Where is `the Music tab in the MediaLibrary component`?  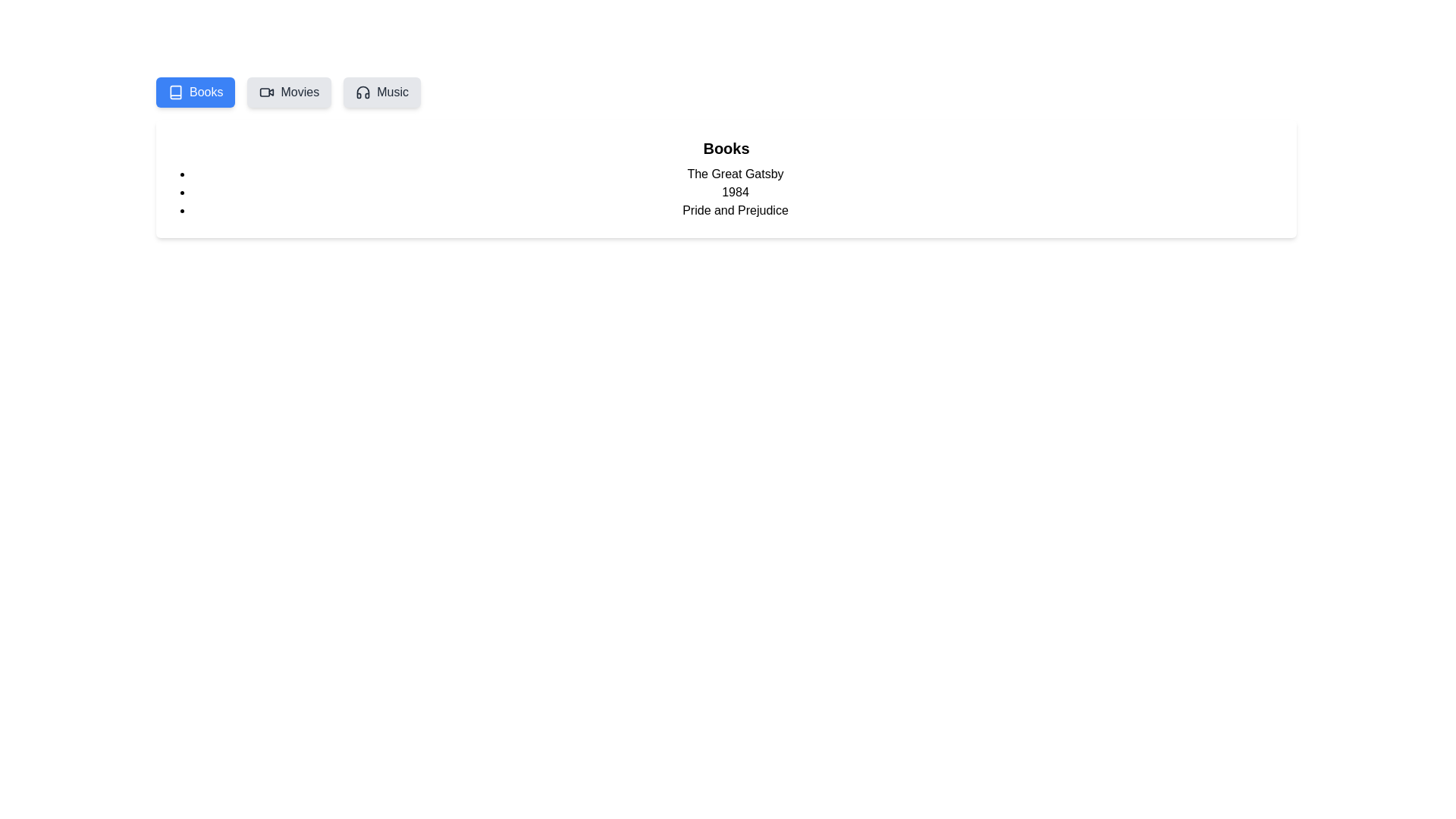
the Music tab in the MediaLibrary component is located at coordinates (382, 93).